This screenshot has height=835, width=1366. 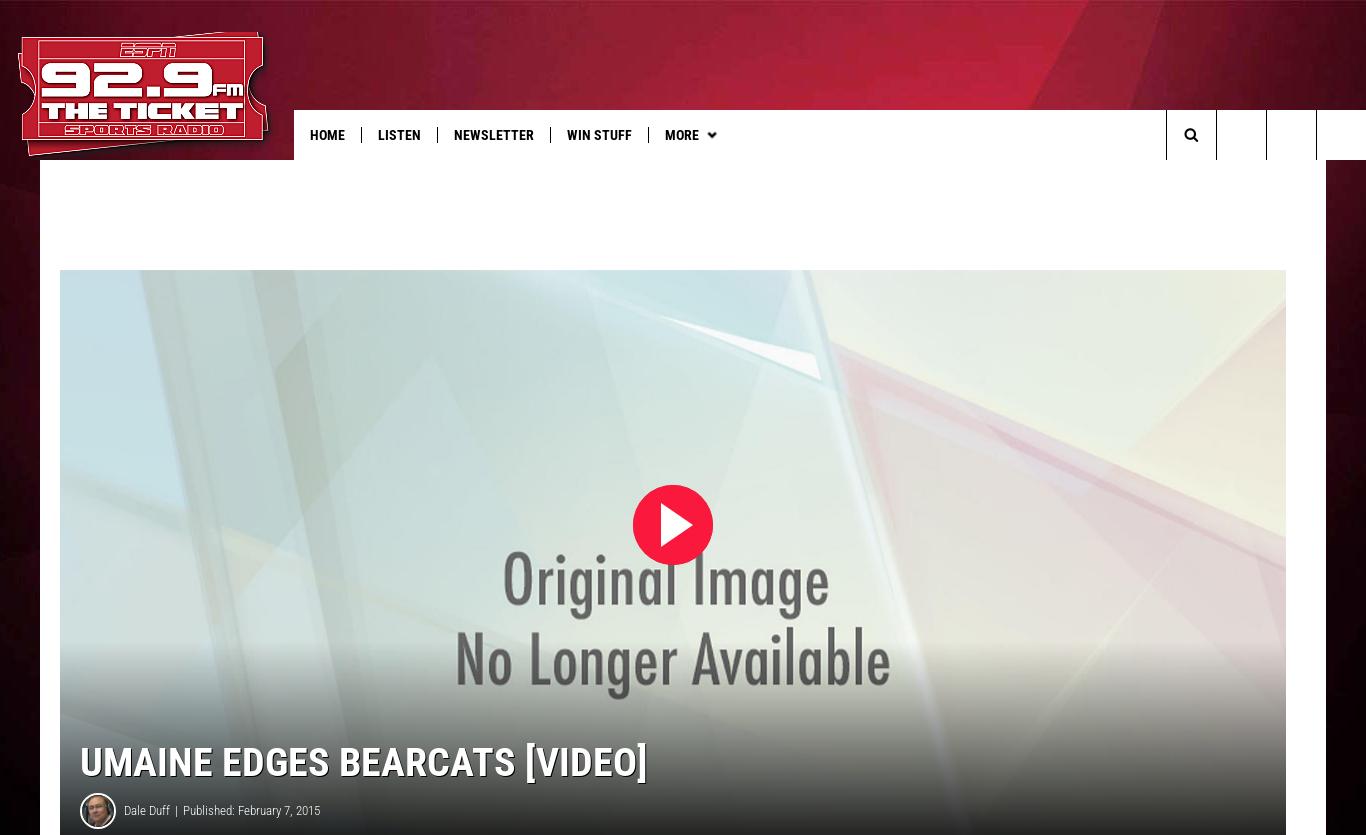 I want to click on 'Celtics', so click(x=954, y=176).